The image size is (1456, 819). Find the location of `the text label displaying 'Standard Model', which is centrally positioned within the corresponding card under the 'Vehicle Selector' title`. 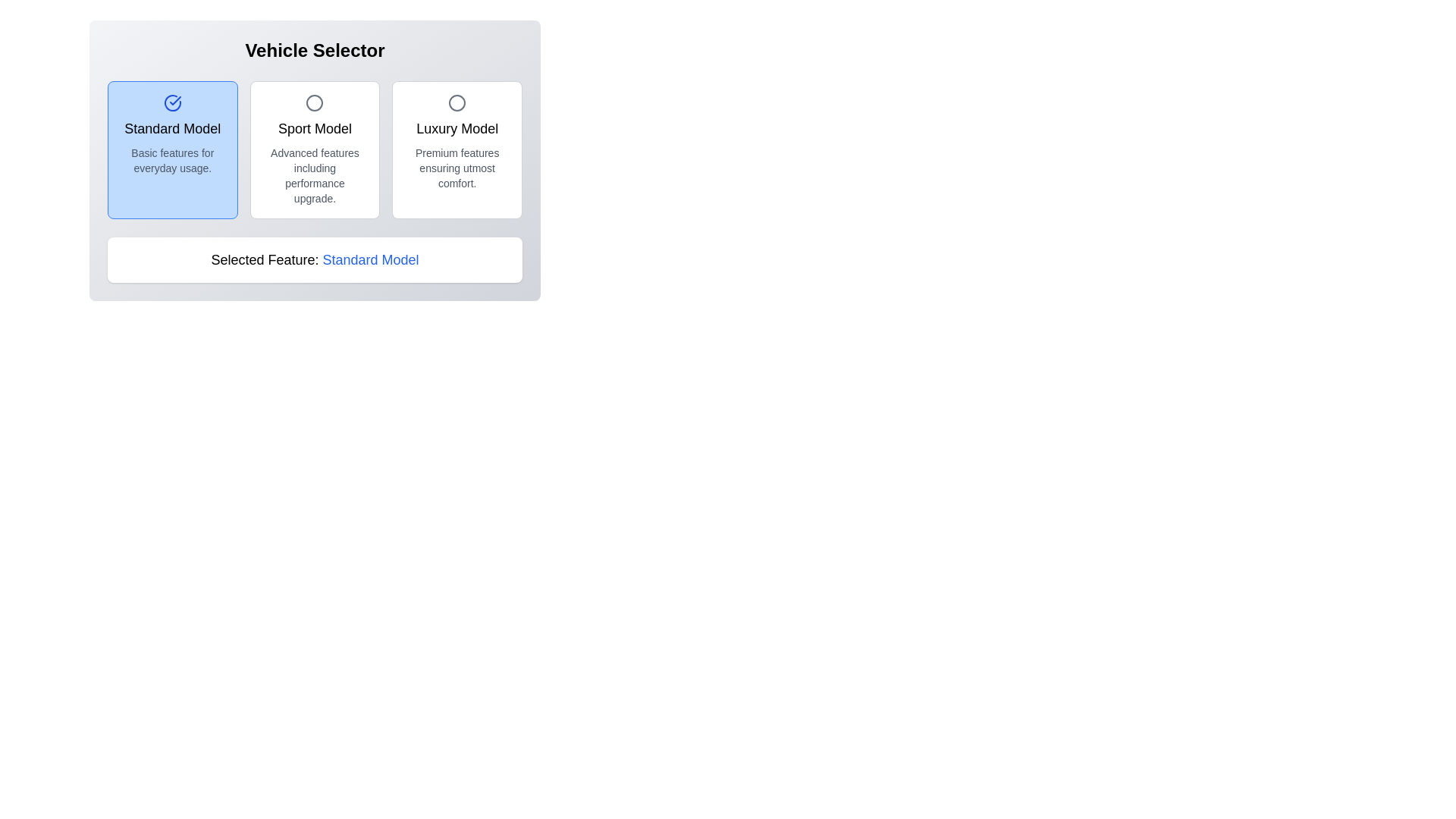

the text label displaying 'Standard Model', which is centrally positioned within the corresponding card under the 'Vehicle Selector' title is located at coordinates (172, 127).